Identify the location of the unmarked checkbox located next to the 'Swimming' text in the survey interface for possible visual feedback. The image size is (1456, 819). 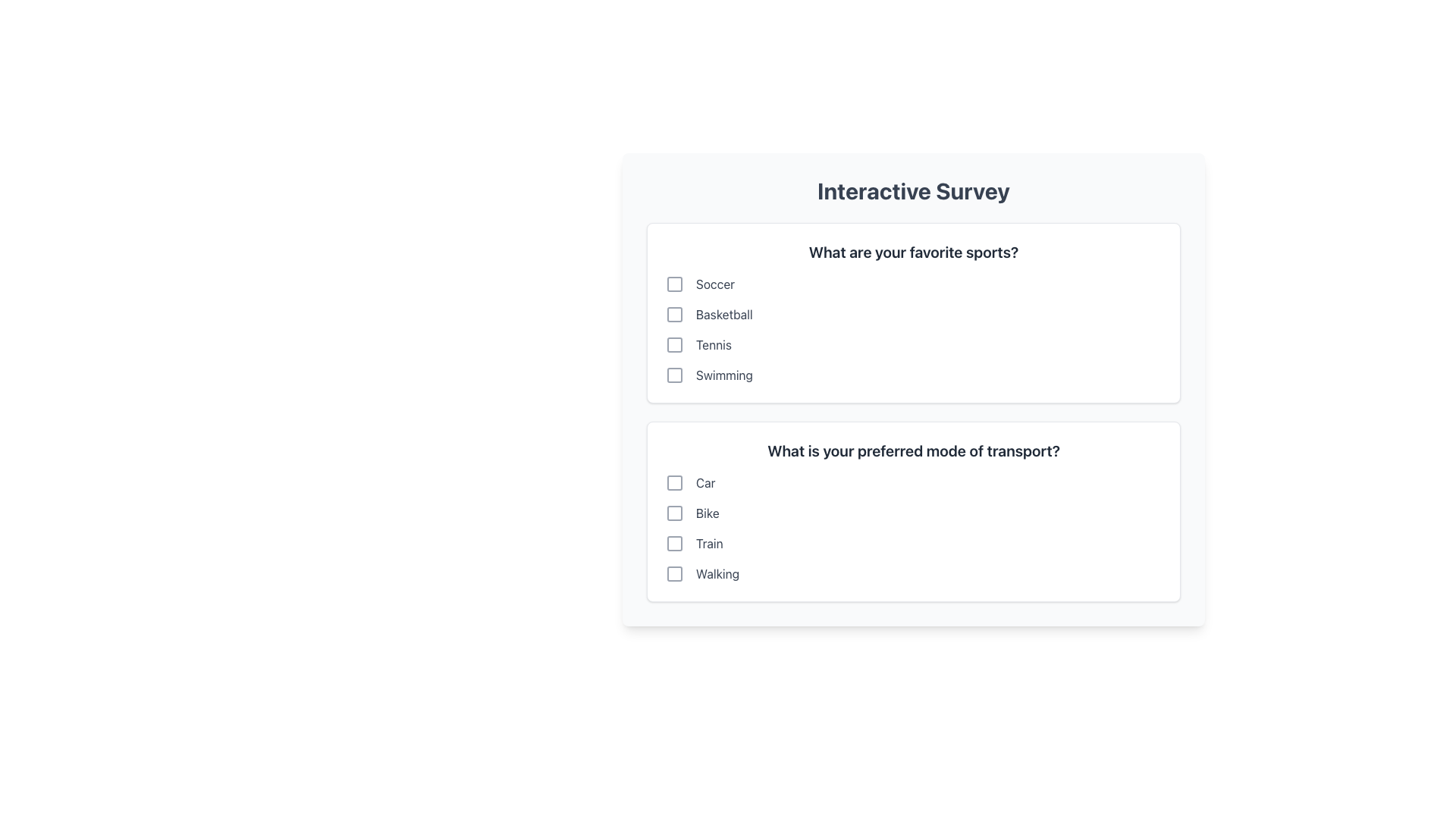
(673, 375).